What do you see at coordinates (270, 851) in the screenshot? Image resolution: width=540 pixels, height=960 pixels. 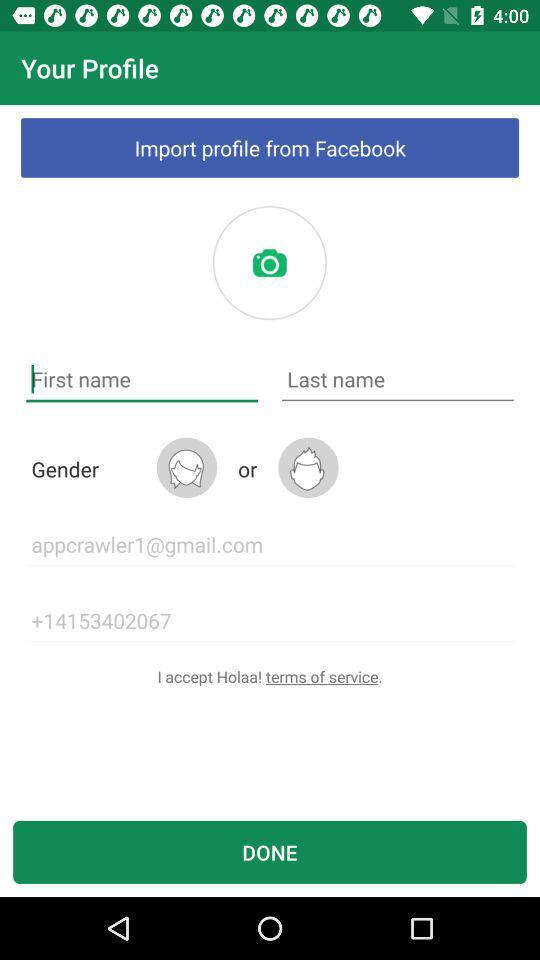 I see `the done` at bounding box center [270, 851].